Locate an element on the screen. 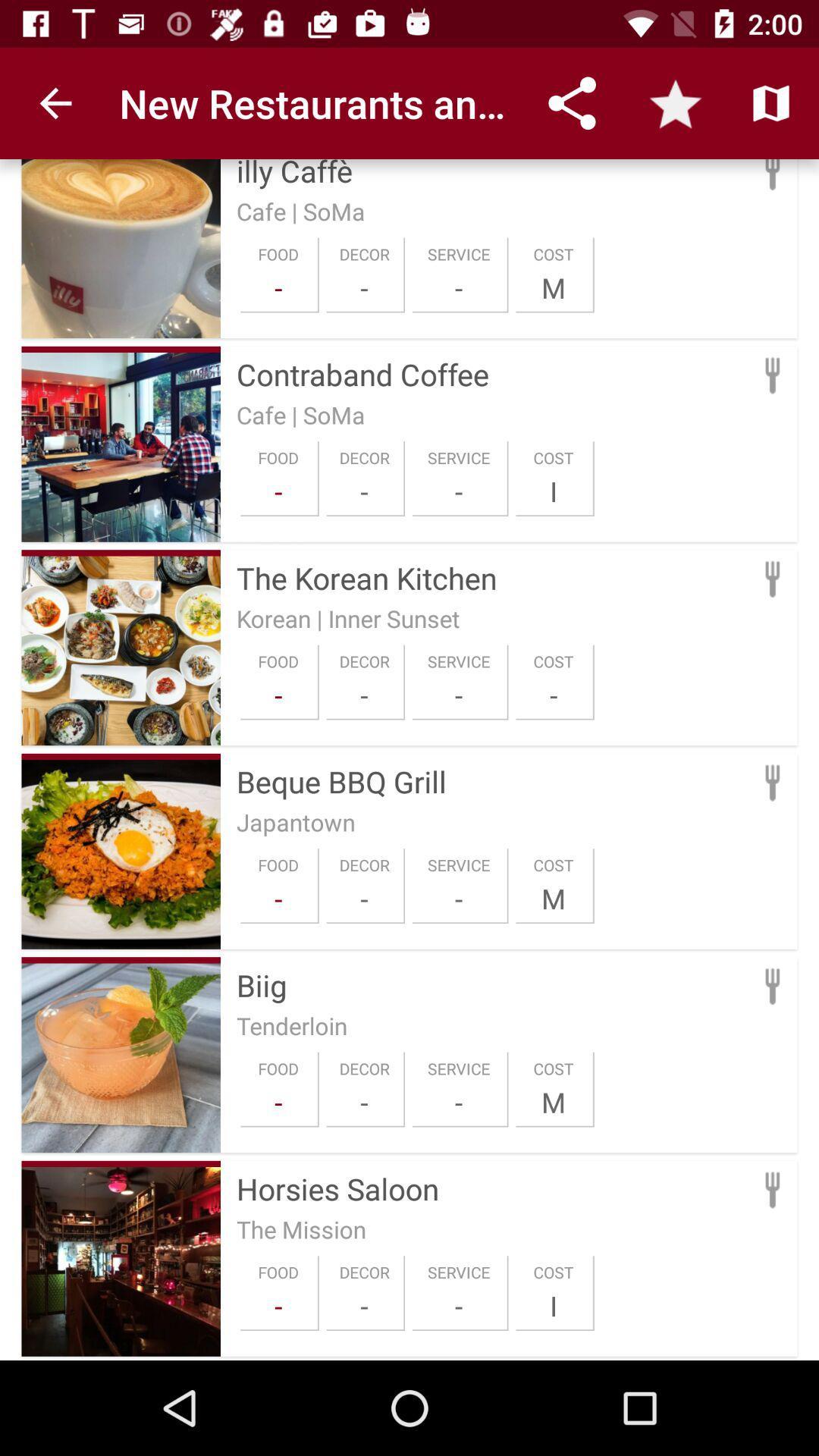 This screenshot has width=819, height=1456. - item is located at coordinates (364, 694).